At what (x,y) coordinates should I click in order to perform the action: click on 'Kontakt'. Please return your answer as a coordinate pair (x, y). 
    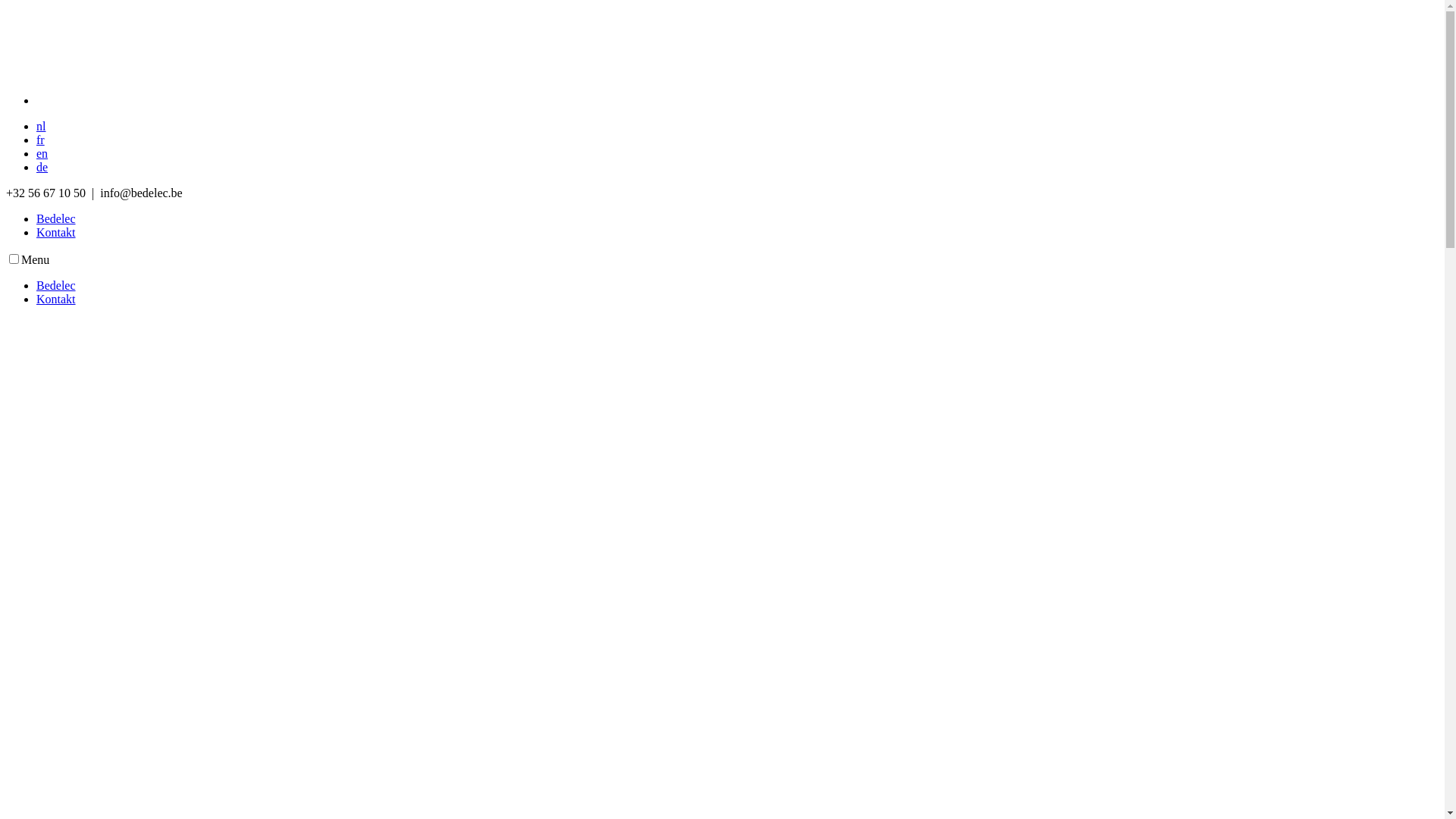
    Looking at the image, I should click on (55, 299).